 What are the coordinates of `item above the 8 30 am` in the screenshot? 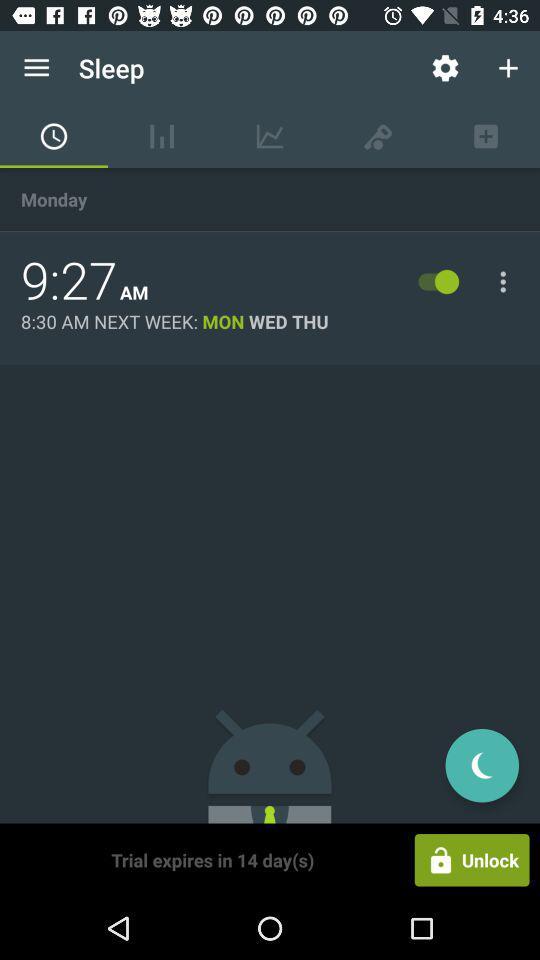 It's located at (68, 280).